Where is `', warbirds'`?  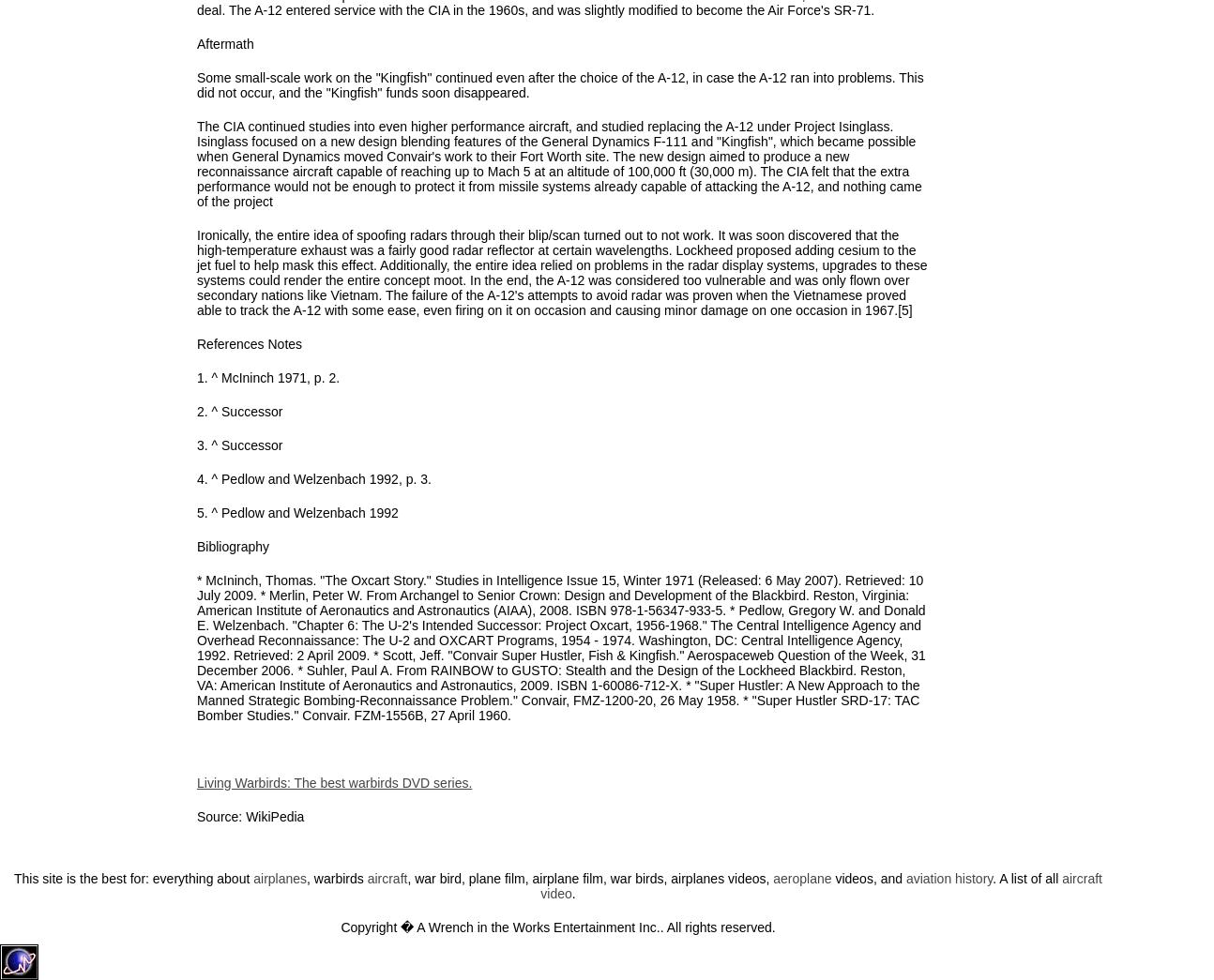 ', warbirds' is located at coordinates (336, 878).